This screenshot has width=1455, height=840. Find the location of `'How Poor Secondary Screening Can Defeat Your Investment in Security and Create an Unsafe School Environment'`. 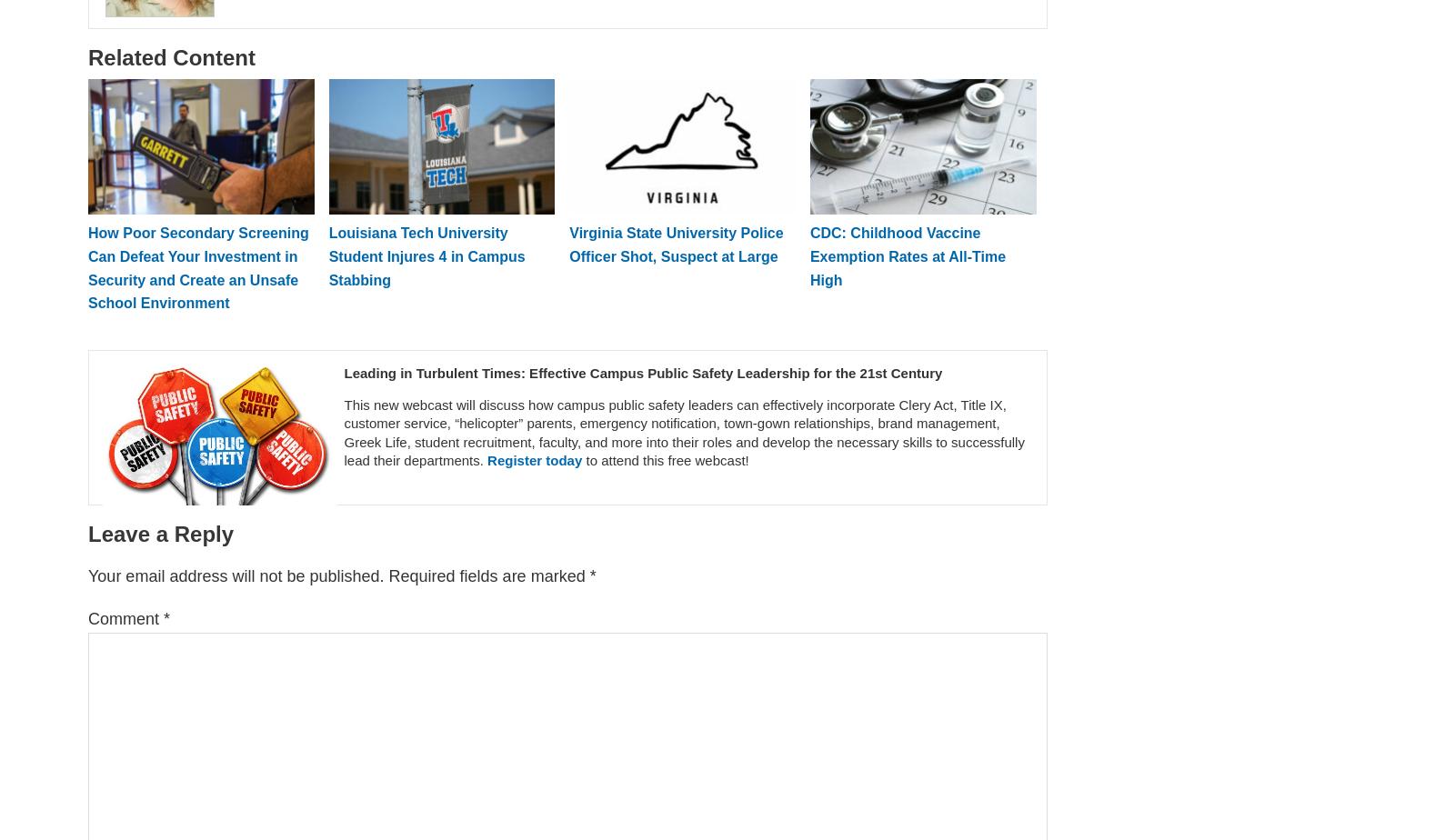

'How Poor Secondary Screening Can Defeat Your Investment in Security and Create an Unsafe School Environment' is located at coordinates (198, 268).